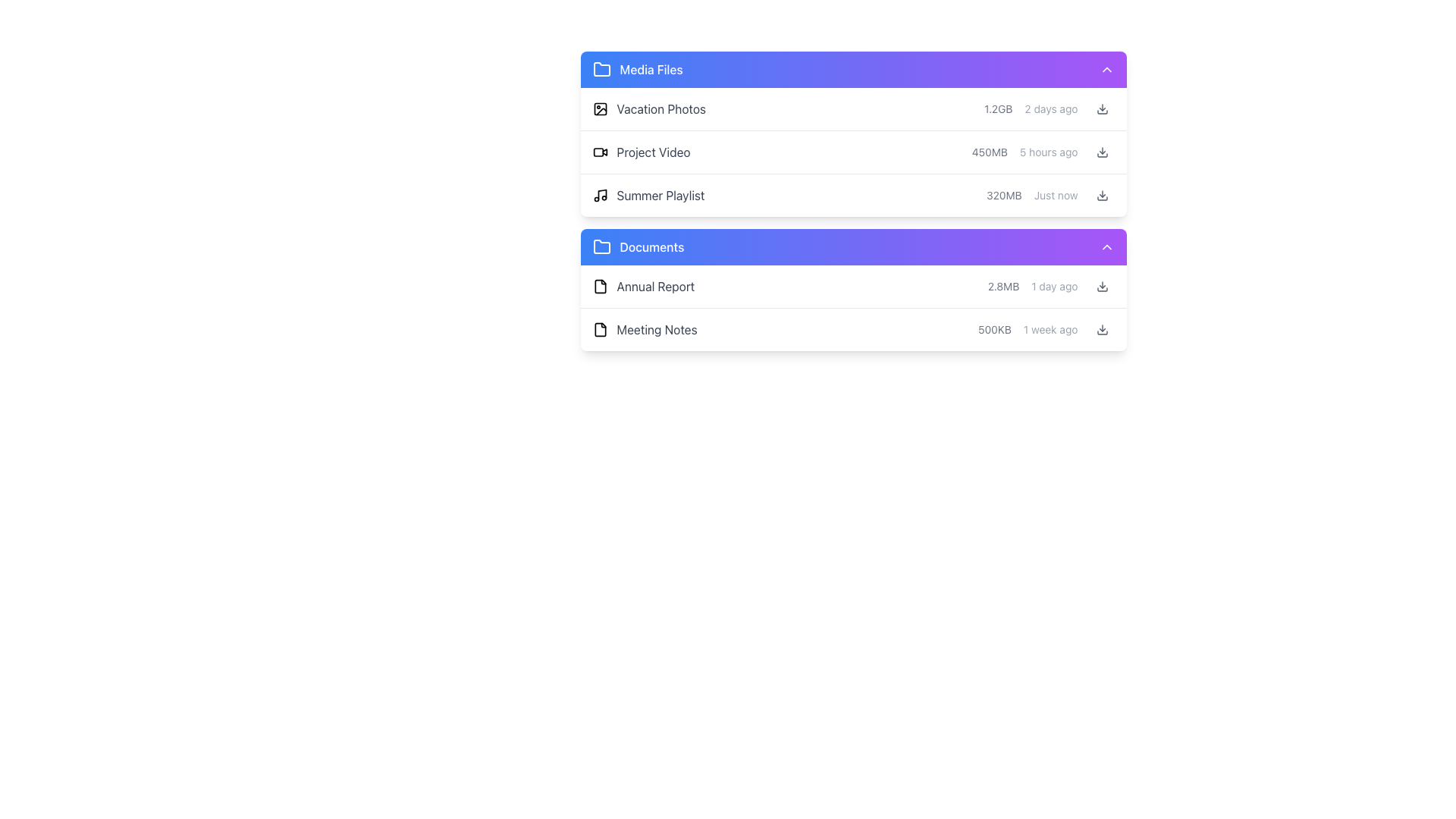  I want to click on the static text element that provides the timestamp or metadata for the associated file, located between '1.2GB' and a download button in the 'Media Files' section, so click(1050, 108).